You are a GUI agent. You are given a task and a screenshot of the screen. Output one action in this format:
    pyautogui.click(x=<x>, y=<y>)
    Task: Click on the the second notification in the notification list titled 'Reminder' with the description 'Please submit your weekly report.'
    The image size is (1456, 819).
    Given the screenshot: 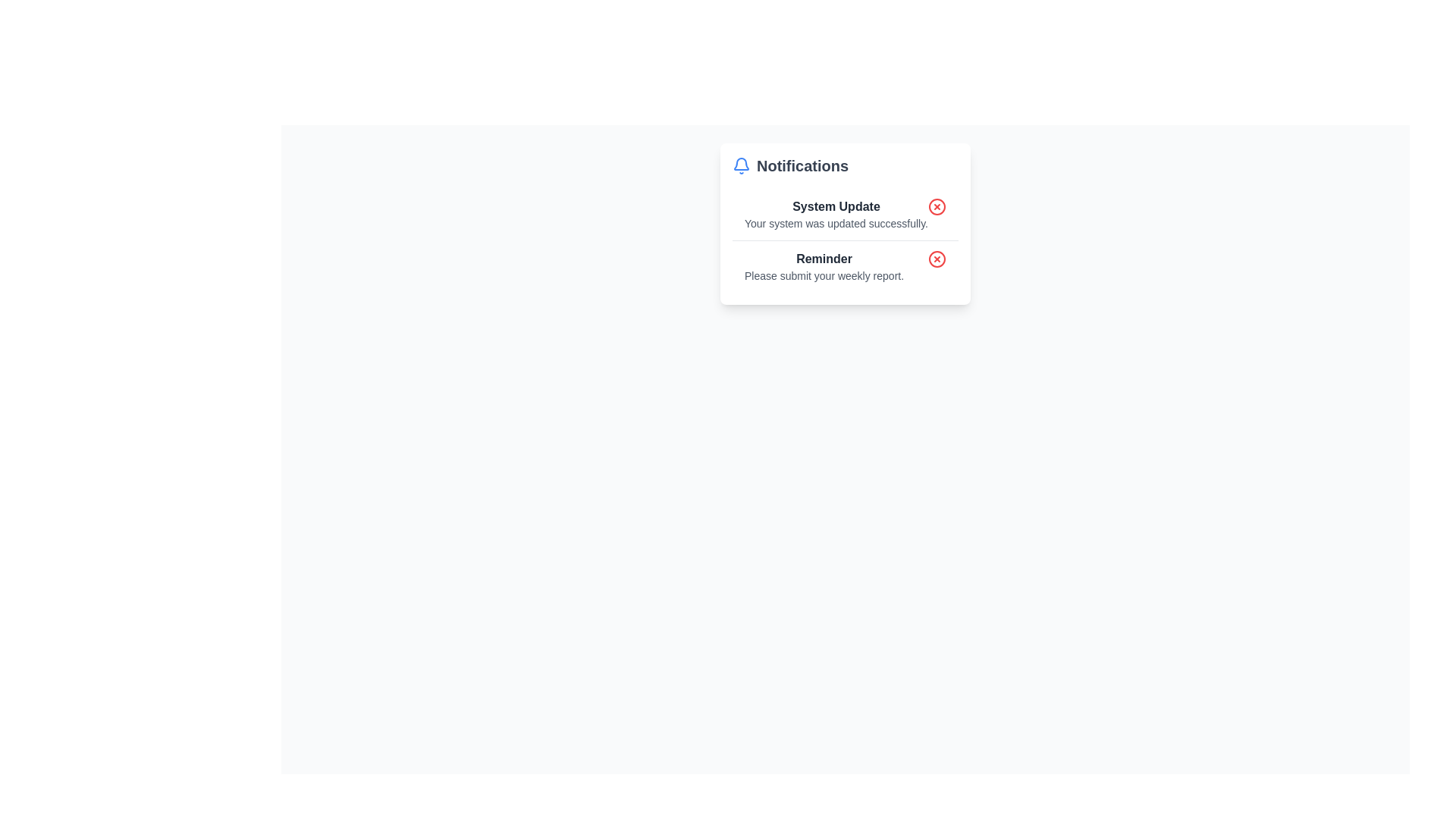 What is the action you would take?
    pyautogui.click(x=844, y=265)
    